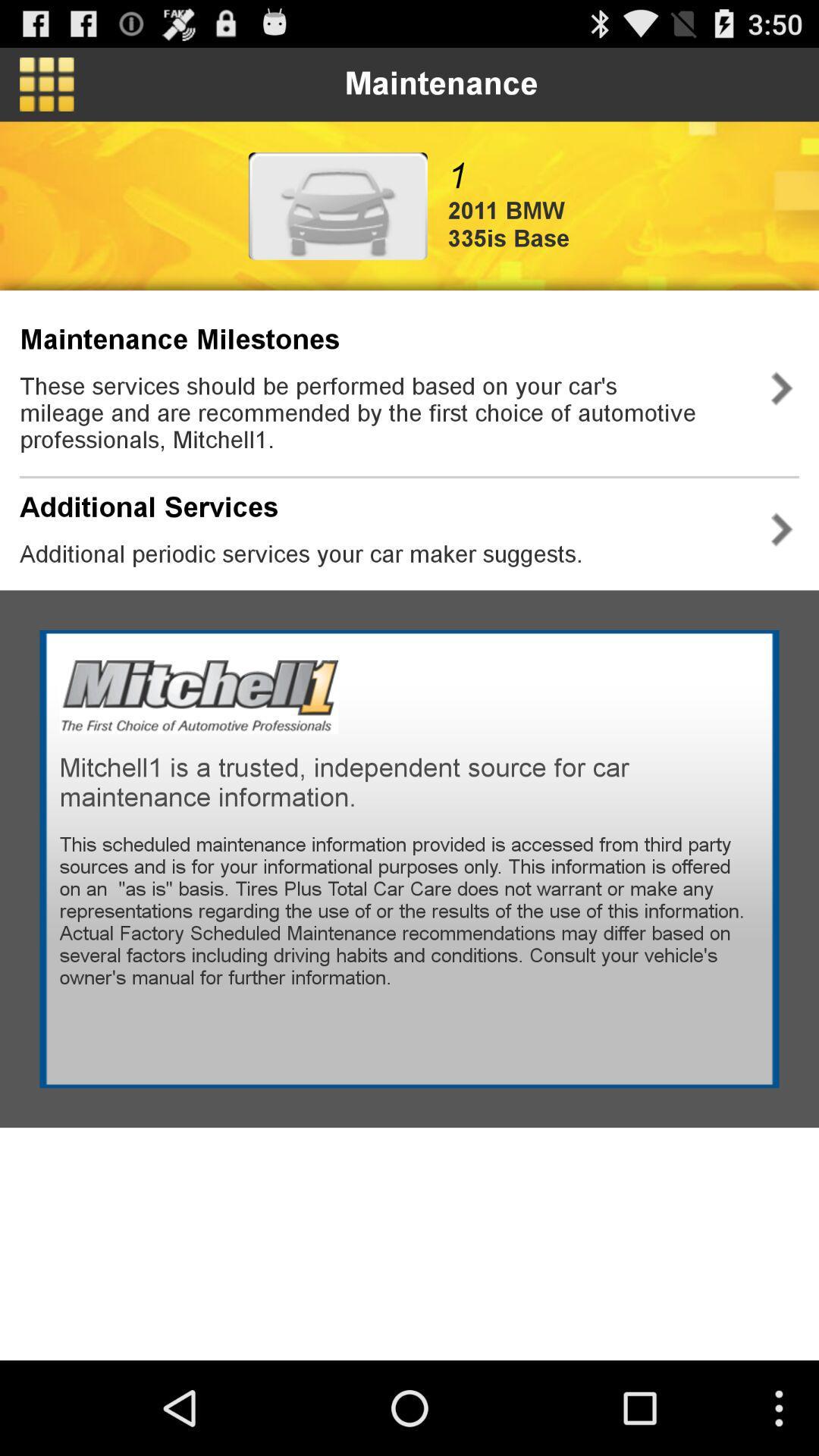 The image size is (819, 1456). What do you see at coordinates (381, 413) in the screenshot?
I see `the app above the additional services icon` at bounding box center [381, 413].